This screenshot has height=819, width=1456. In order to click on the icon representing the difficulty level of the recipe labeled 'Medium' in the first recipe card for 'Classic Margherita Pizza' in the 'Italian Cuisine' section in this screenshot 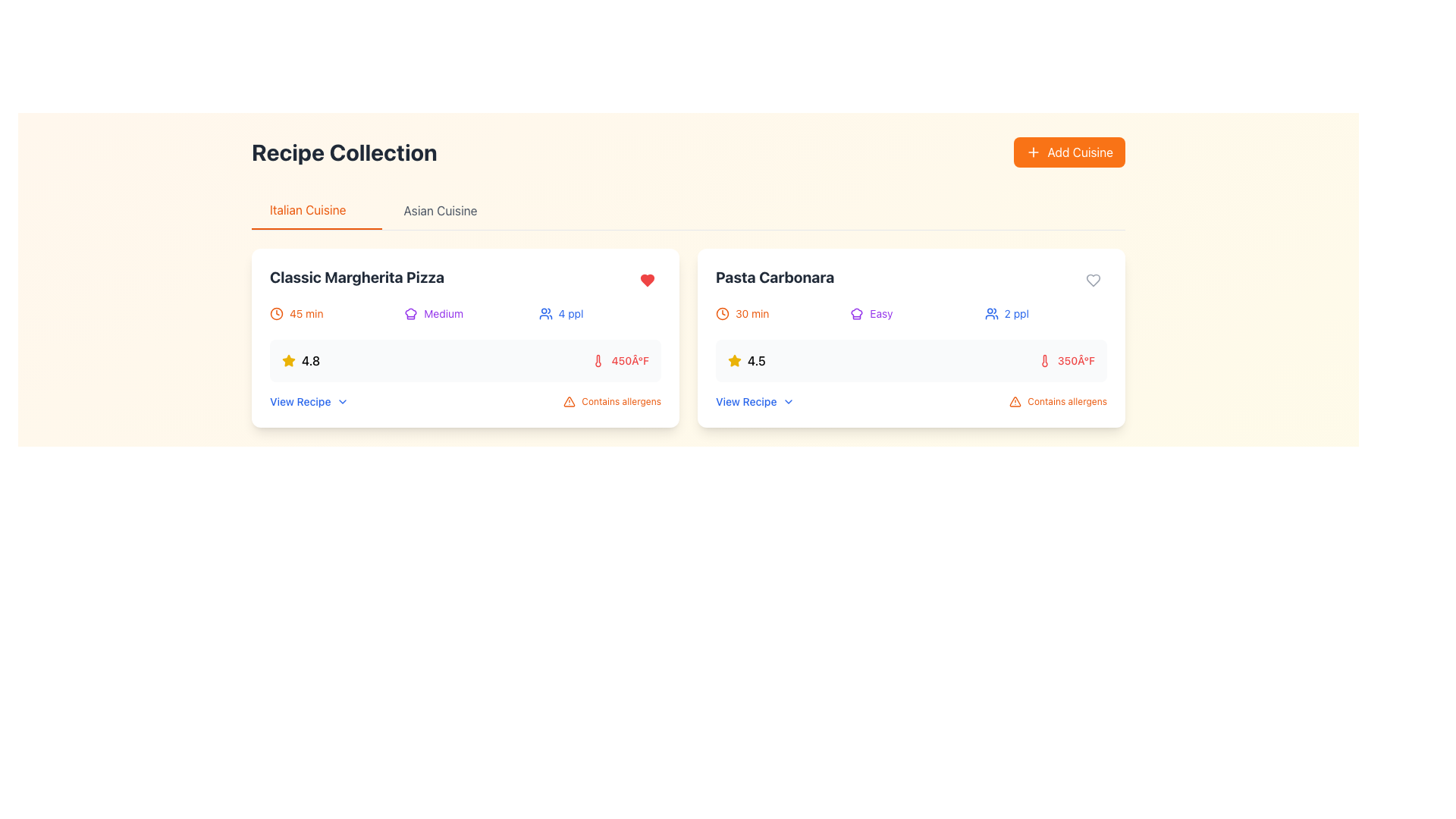, I will do `click(411, 312)`.